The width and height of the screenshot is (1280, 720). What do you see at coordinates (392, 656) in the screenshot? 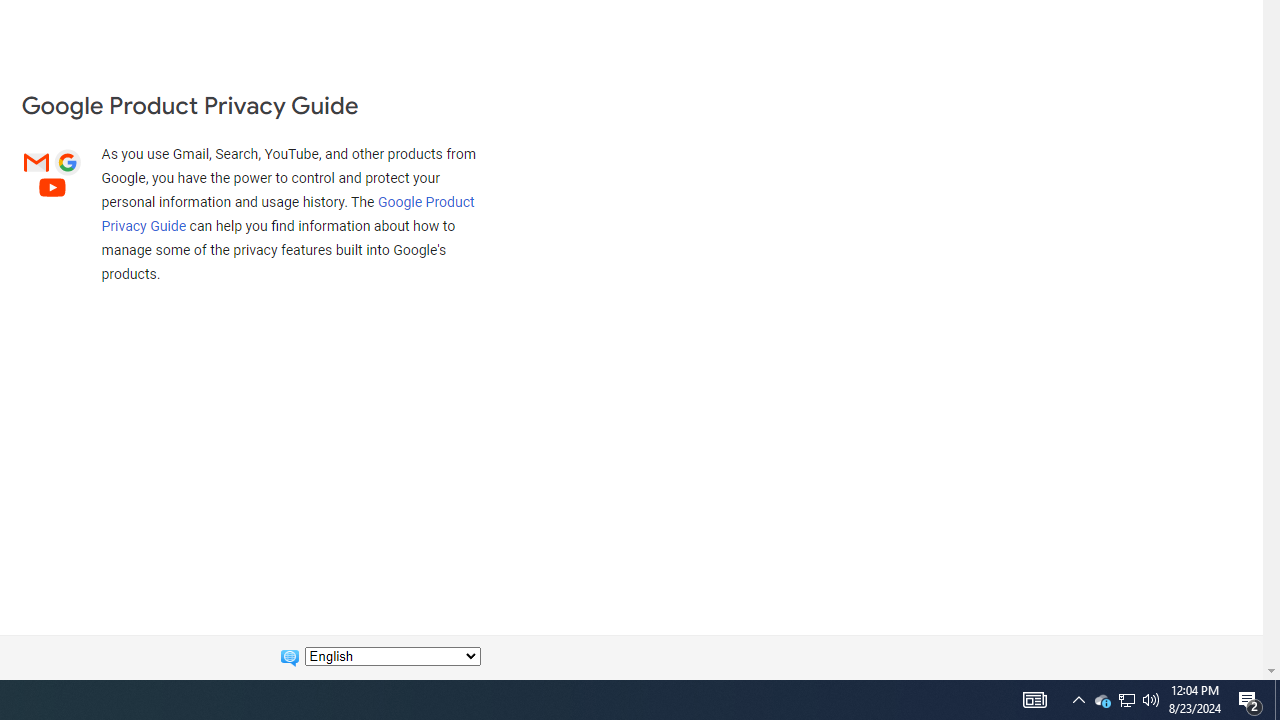
I see `'Change language:'` at bounding box center [392, 656].